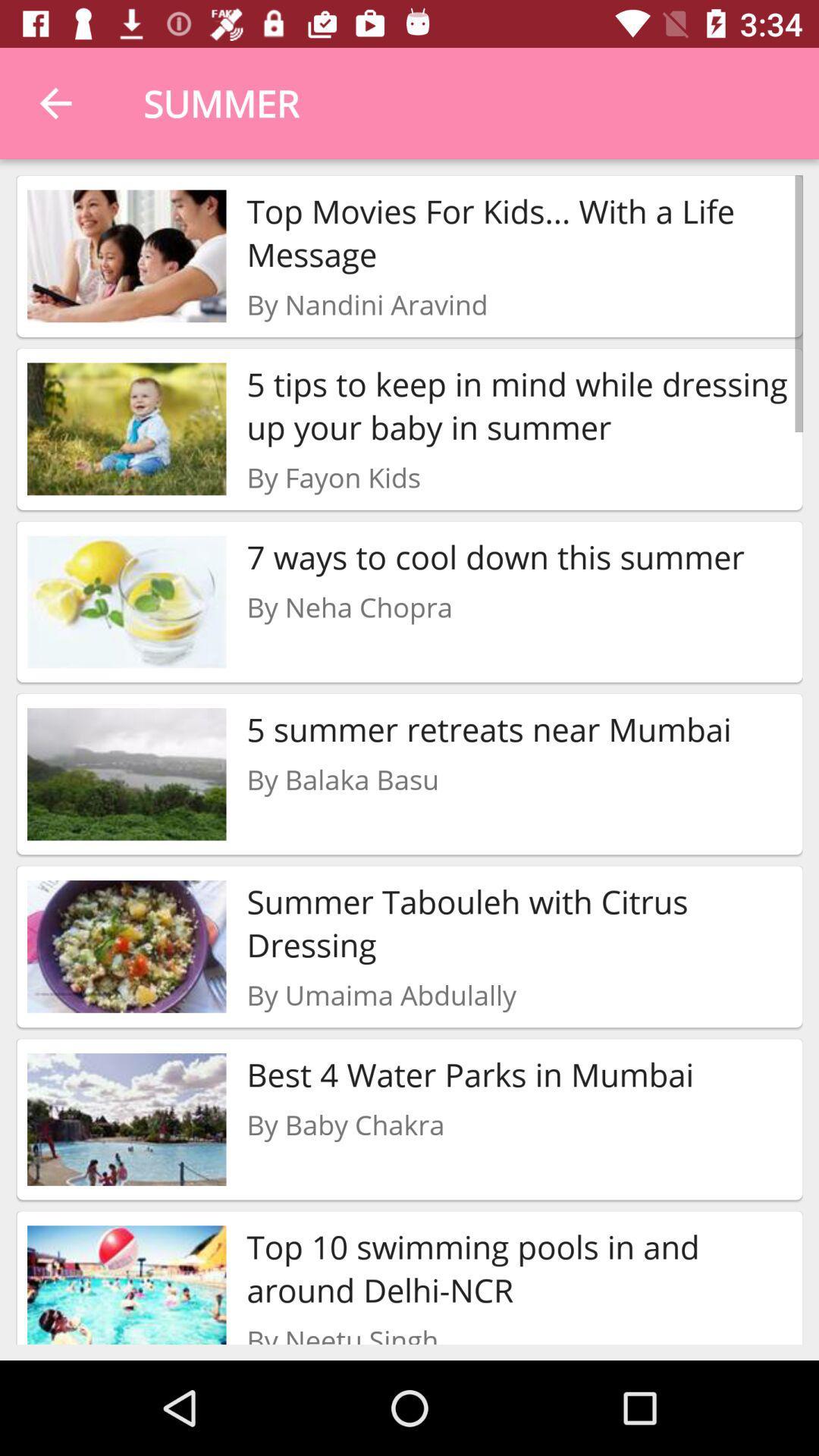 This screenshot has height=1456, width=819. What do you see at coordinates (345, 1125) in the screenshot?
I see `item below the best 4 water item` at bounding box center [345, 1125].